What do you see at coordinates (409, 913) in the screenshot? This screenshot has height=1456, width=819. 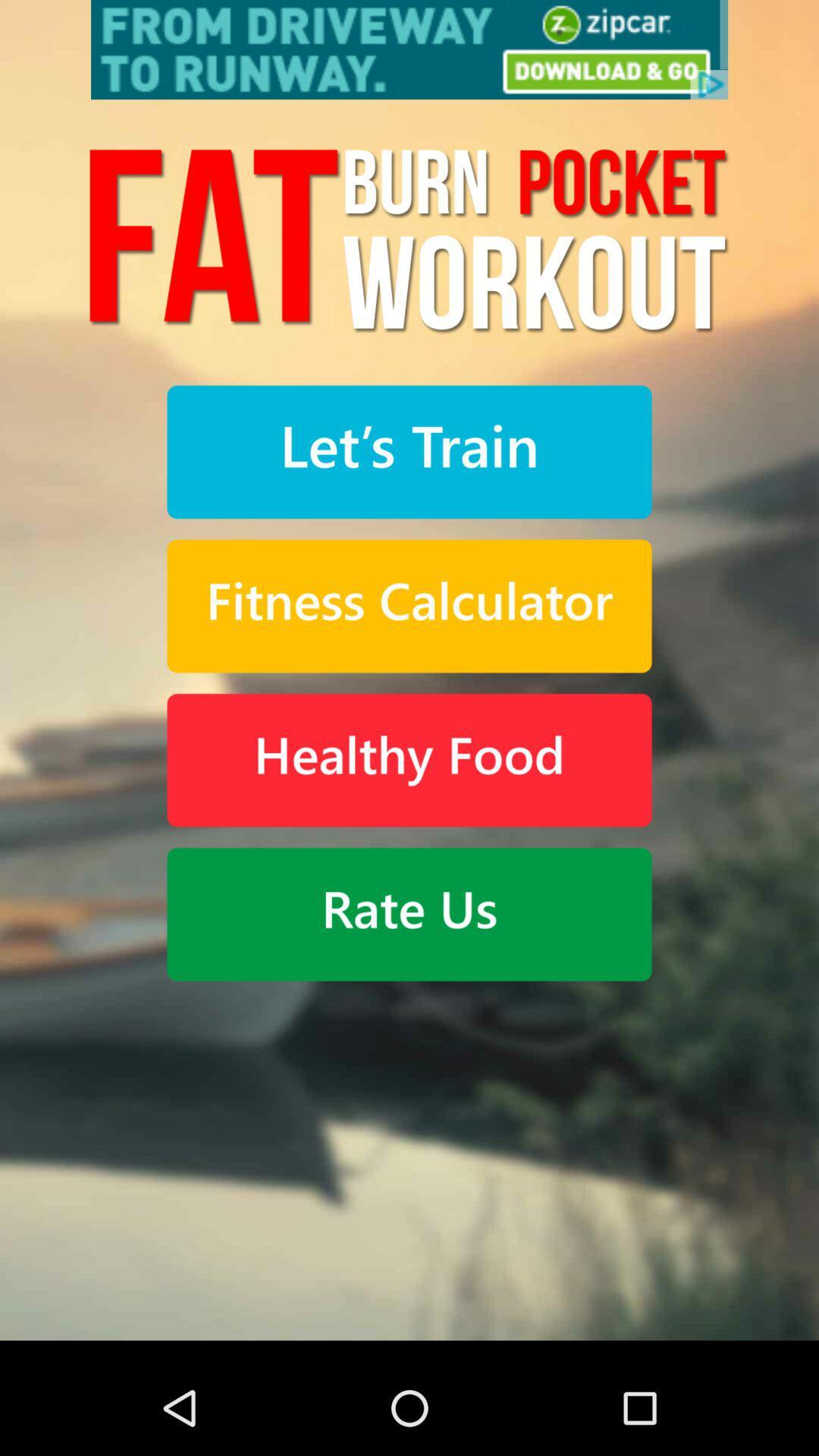 I see `rate us action` at bounding box center [409, 913].